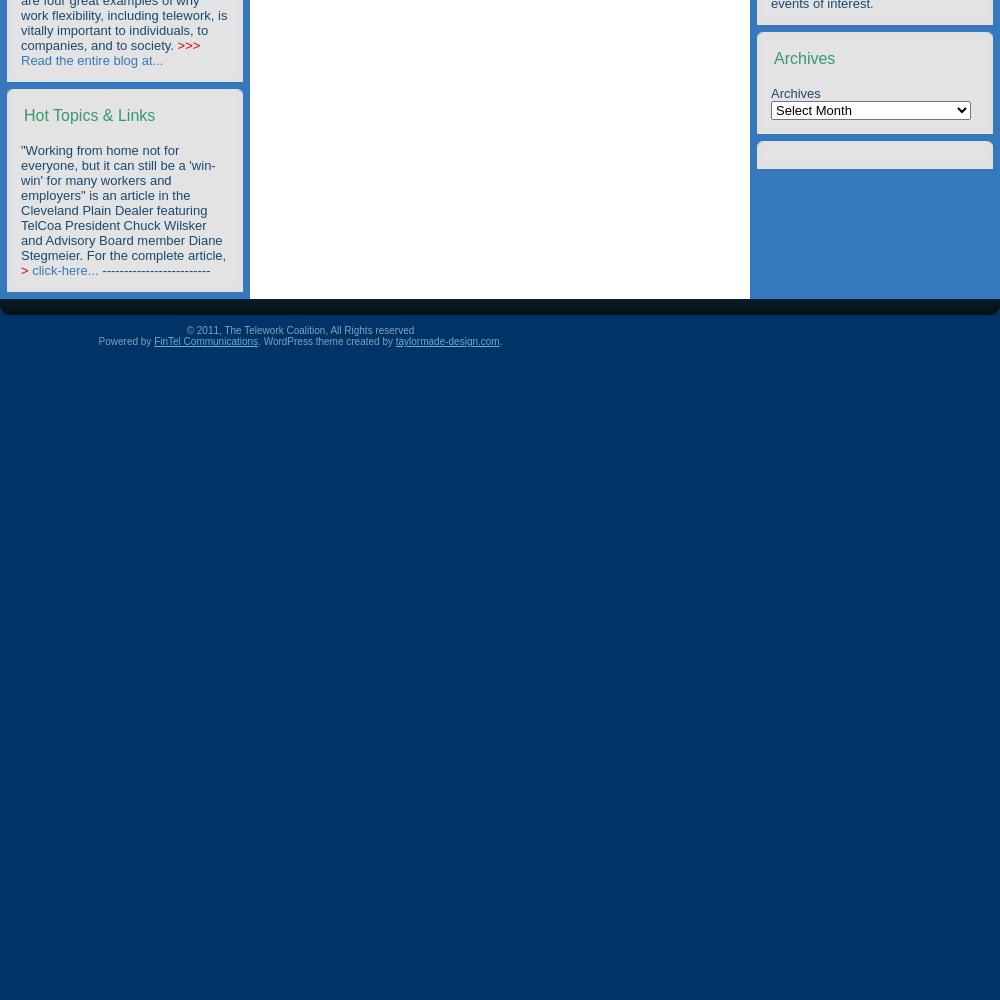  What do you see at coordinates (188, 45) in the screenshot?
I see `'>>>'` at bounding box center [188, 45].